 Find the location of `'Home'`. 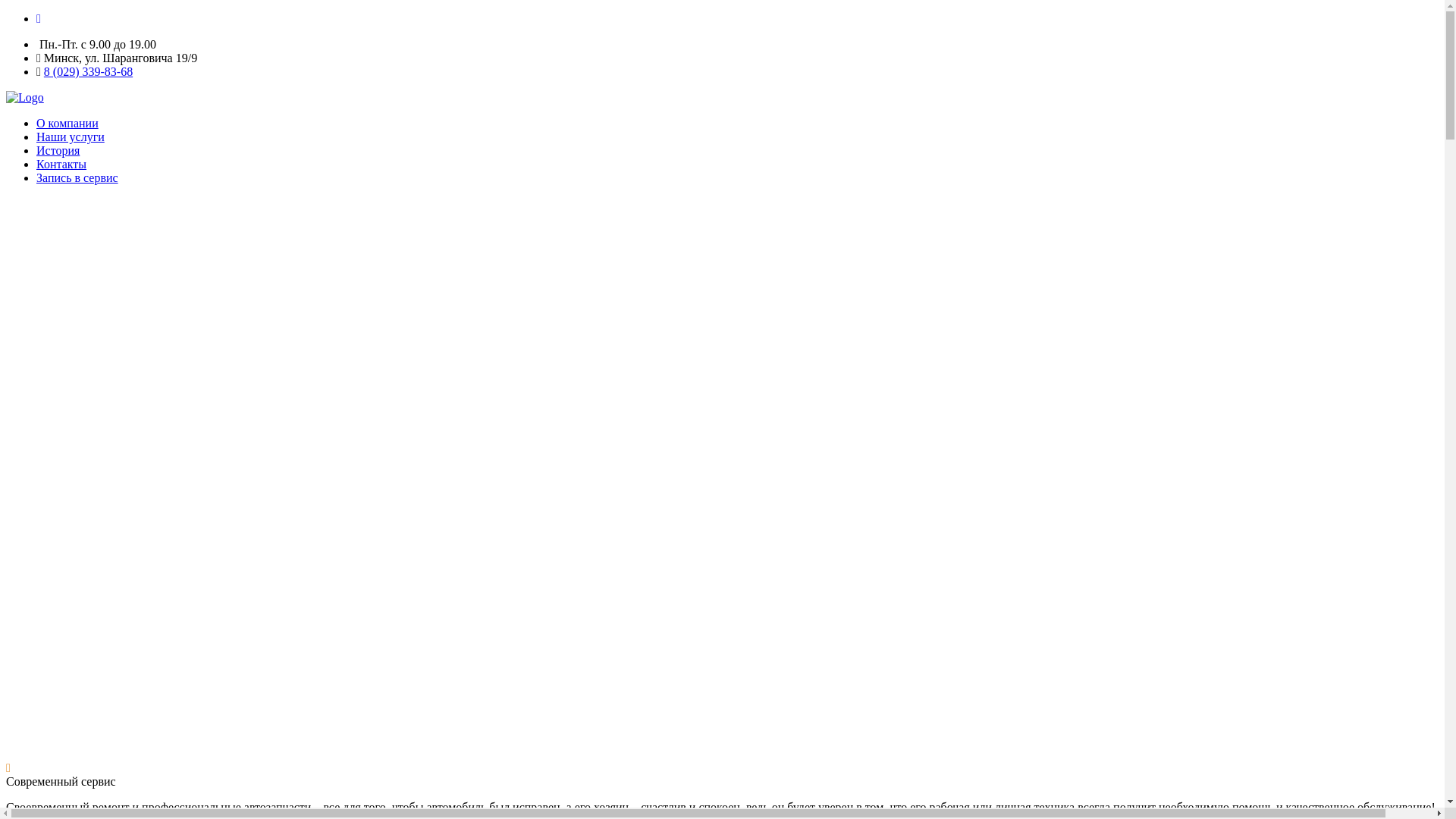

'Home' is located at coordinates (25, 97).